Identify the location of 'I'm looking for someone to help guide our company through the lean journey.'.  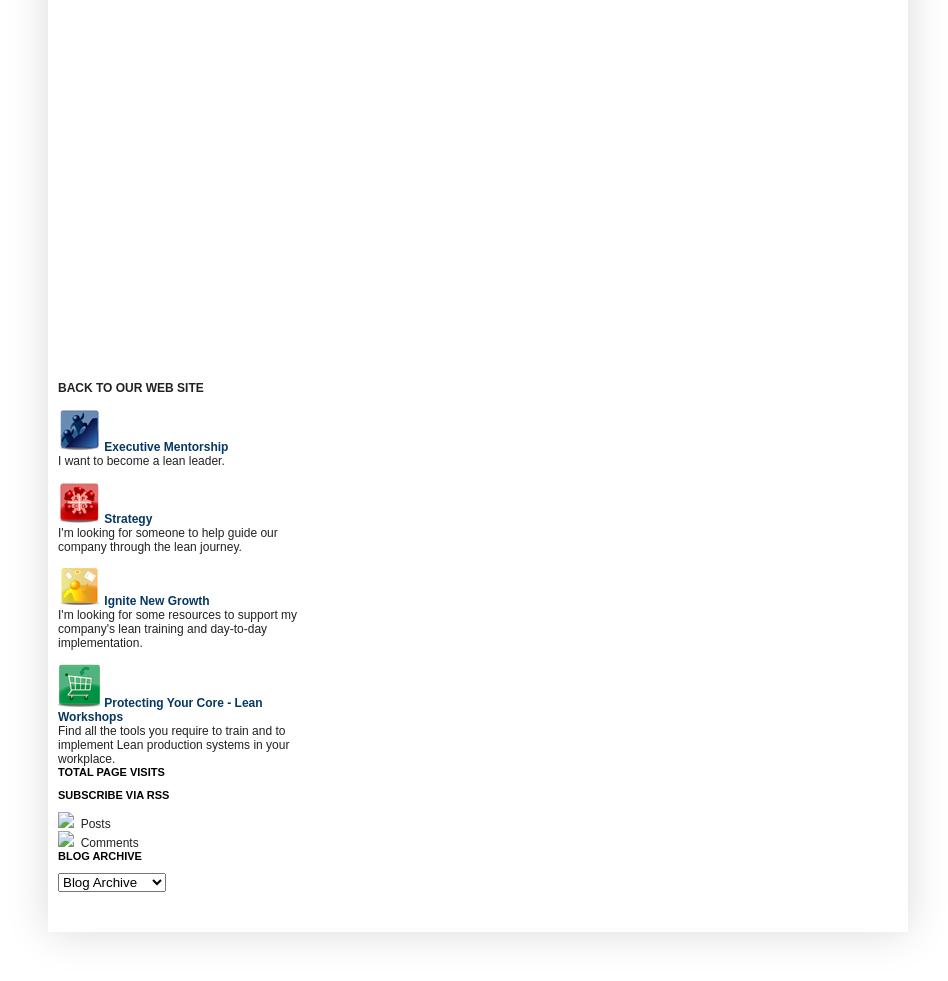
(166, 540).